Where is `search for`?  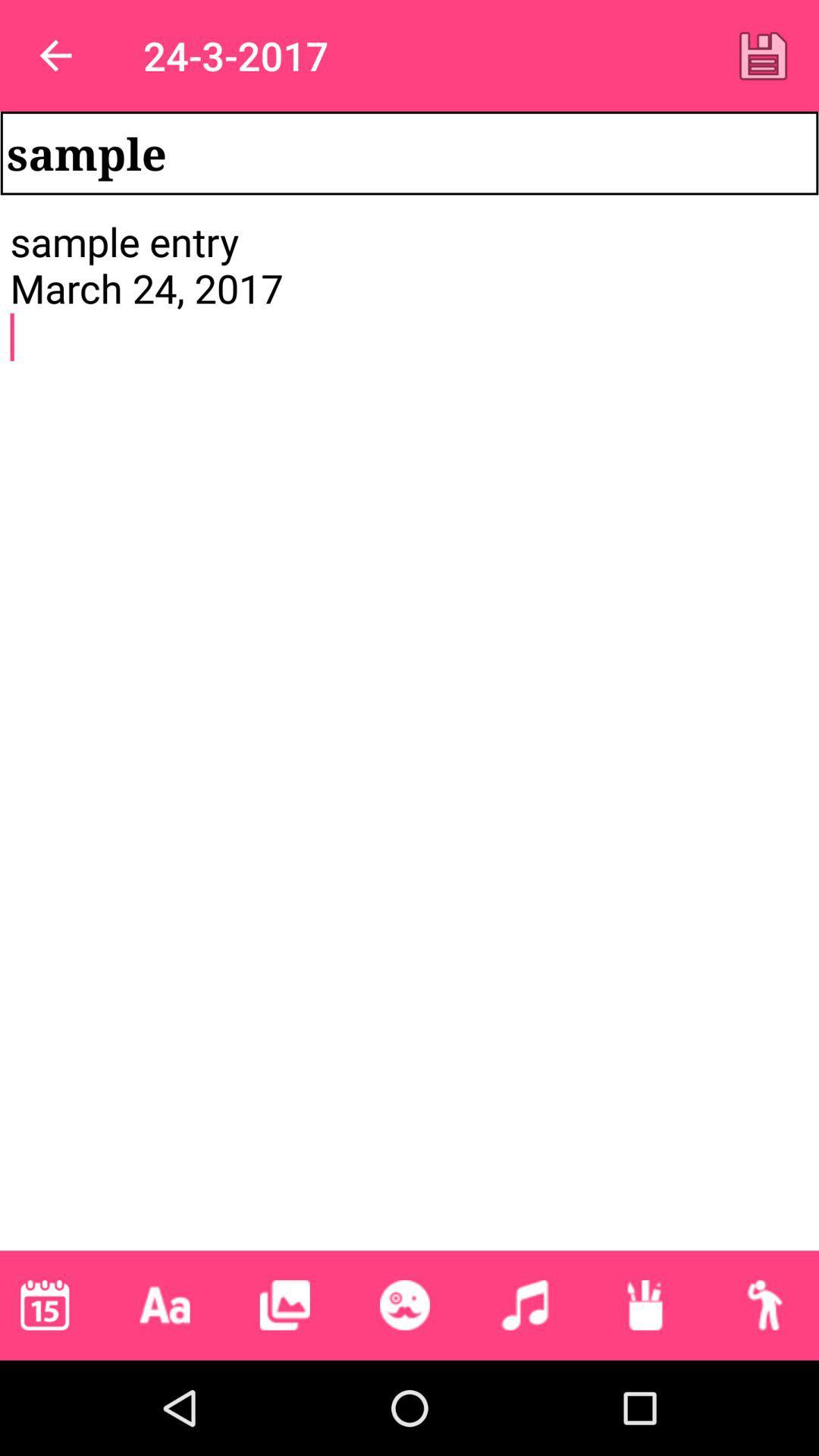 search for is located at coordinates (764, 1304).